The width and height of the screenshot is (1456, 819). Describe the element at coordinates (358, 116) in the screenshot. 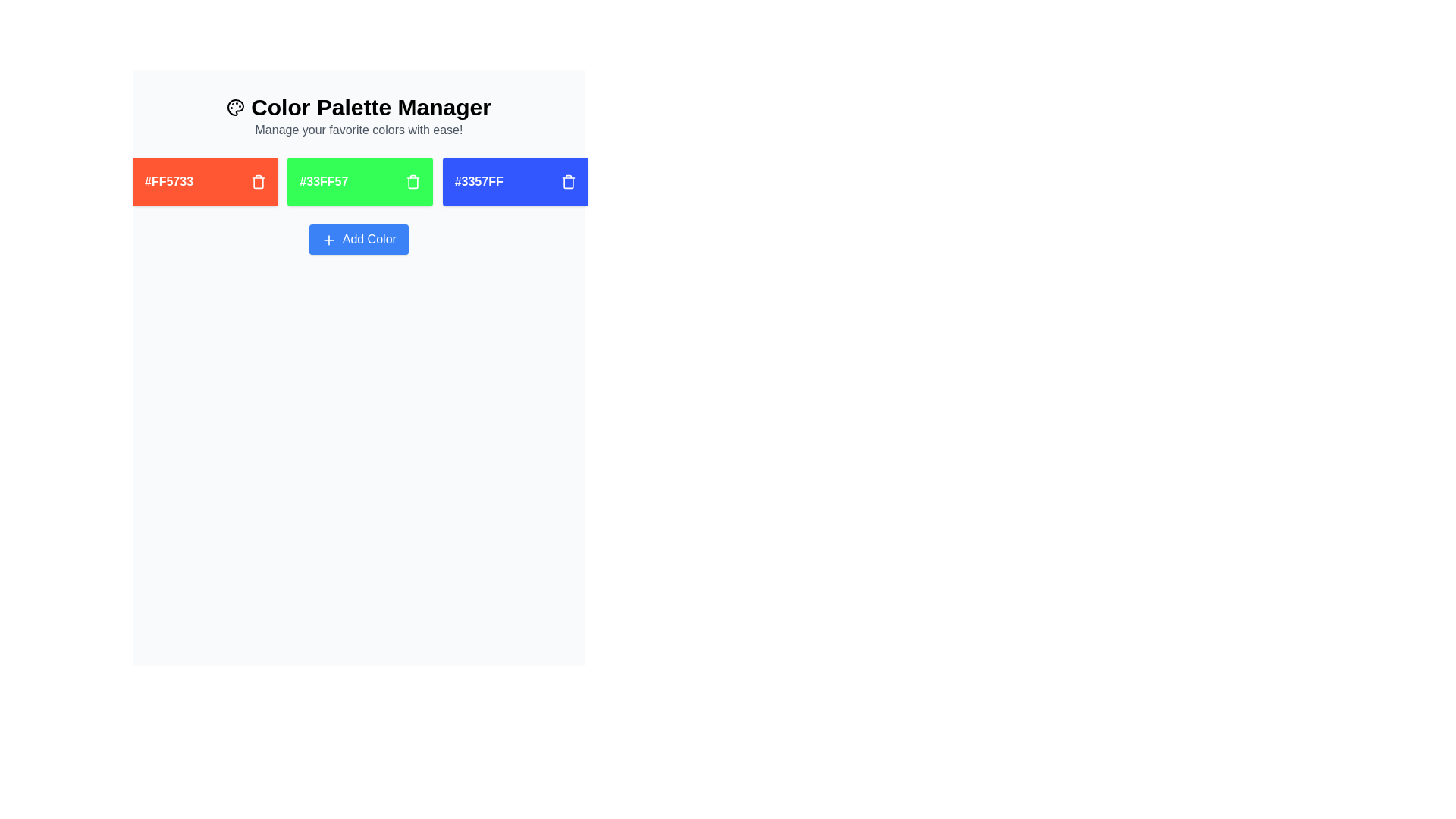

I see `the header element at the top-center of the interface` at that location.